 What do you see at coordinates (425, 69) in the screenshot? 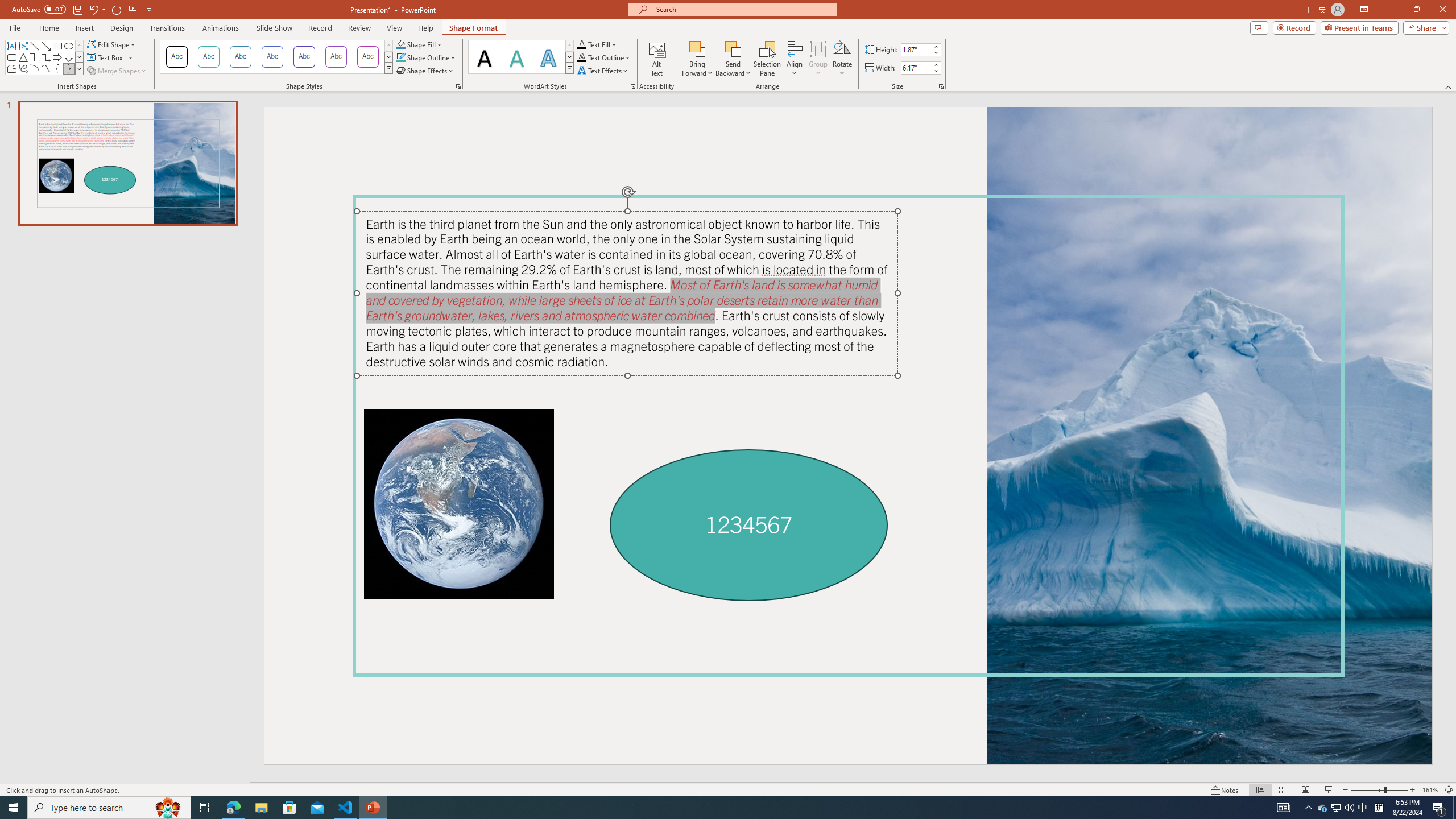
I see `'Shape Effects'` at bounding box center [425, 69].